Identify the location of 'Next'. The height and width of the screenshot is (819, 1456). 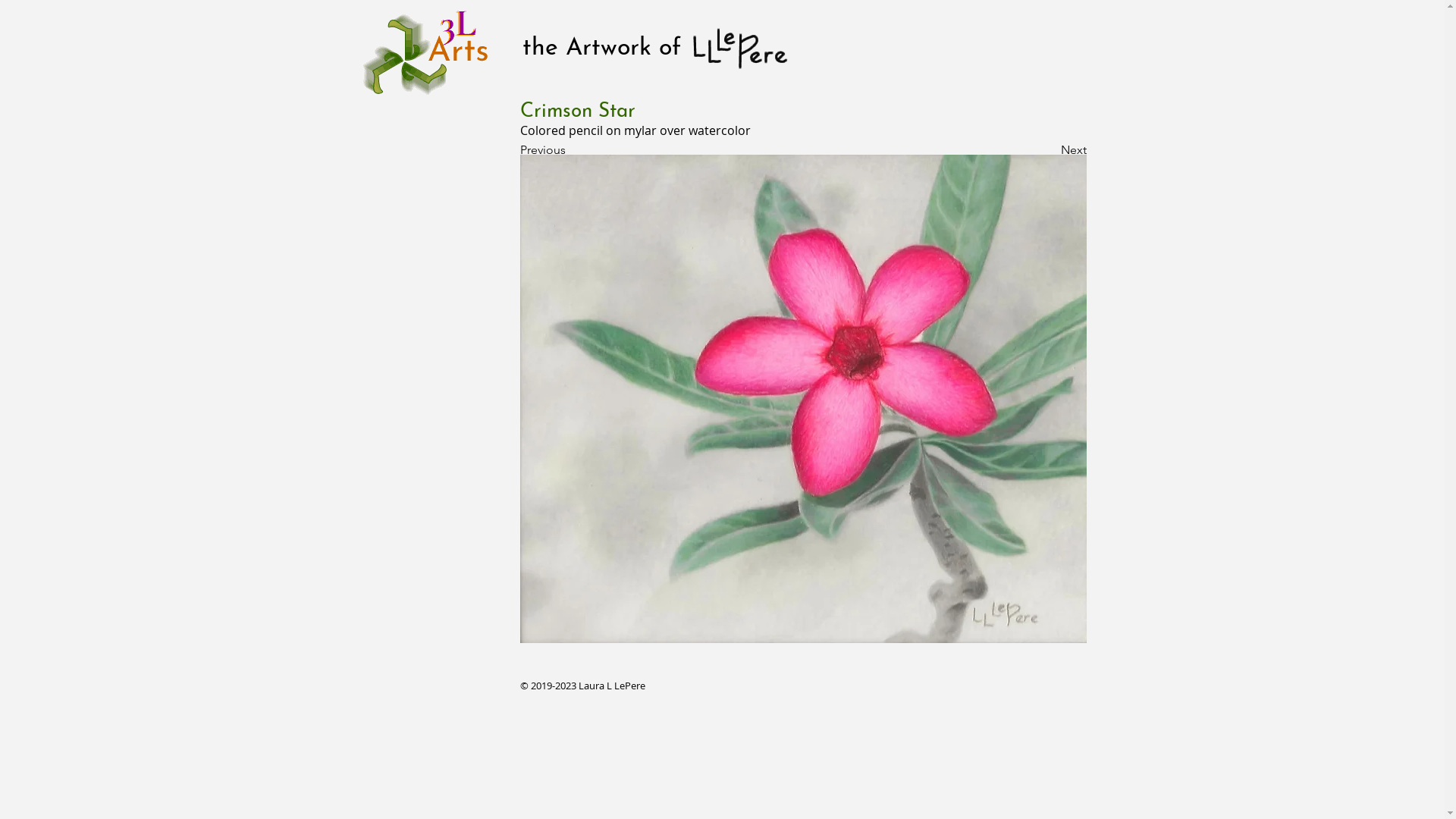
(1009, 149).